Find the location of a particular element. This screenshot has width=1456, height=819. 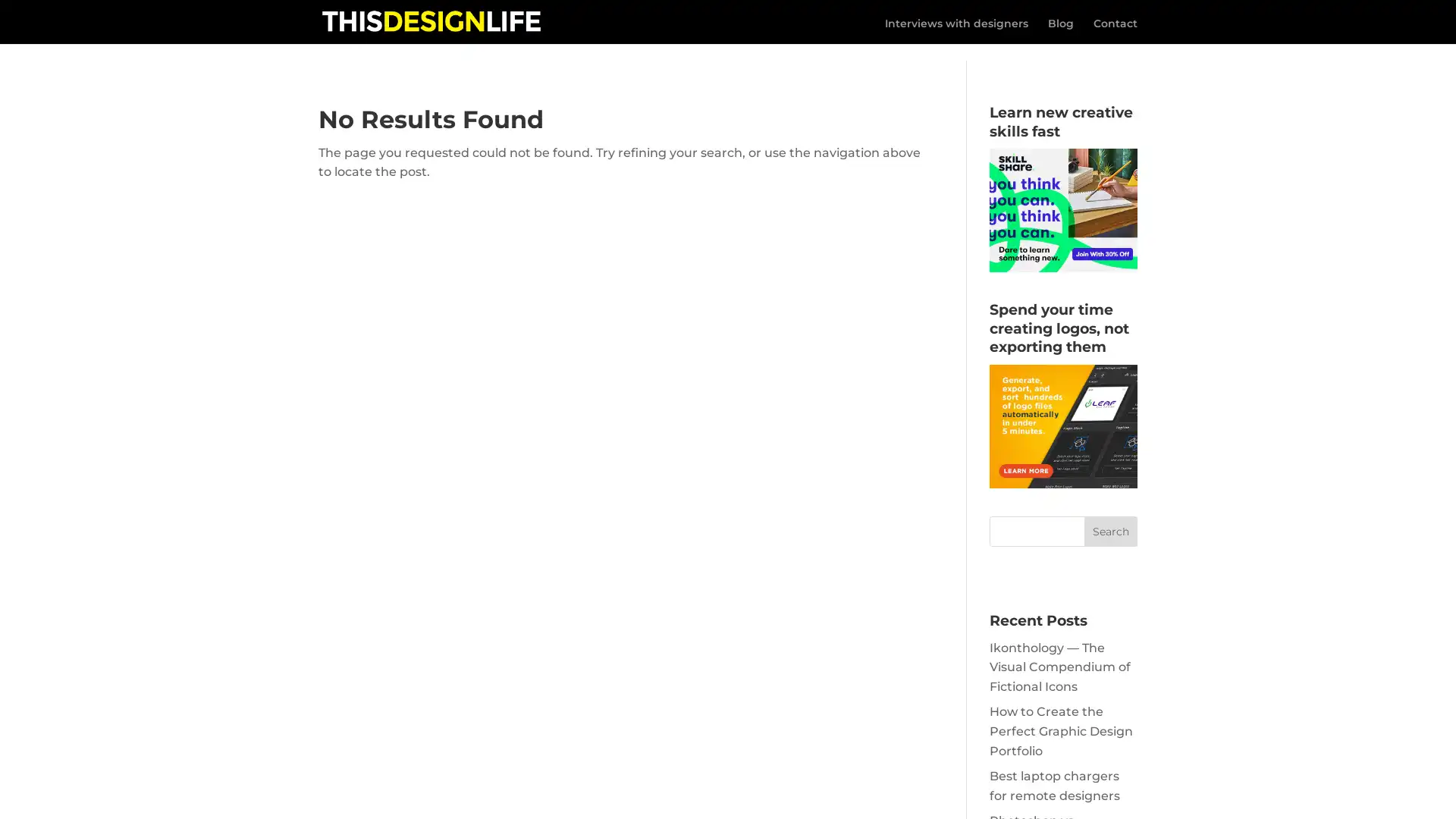

Search is located at coordinates (1110, 513).